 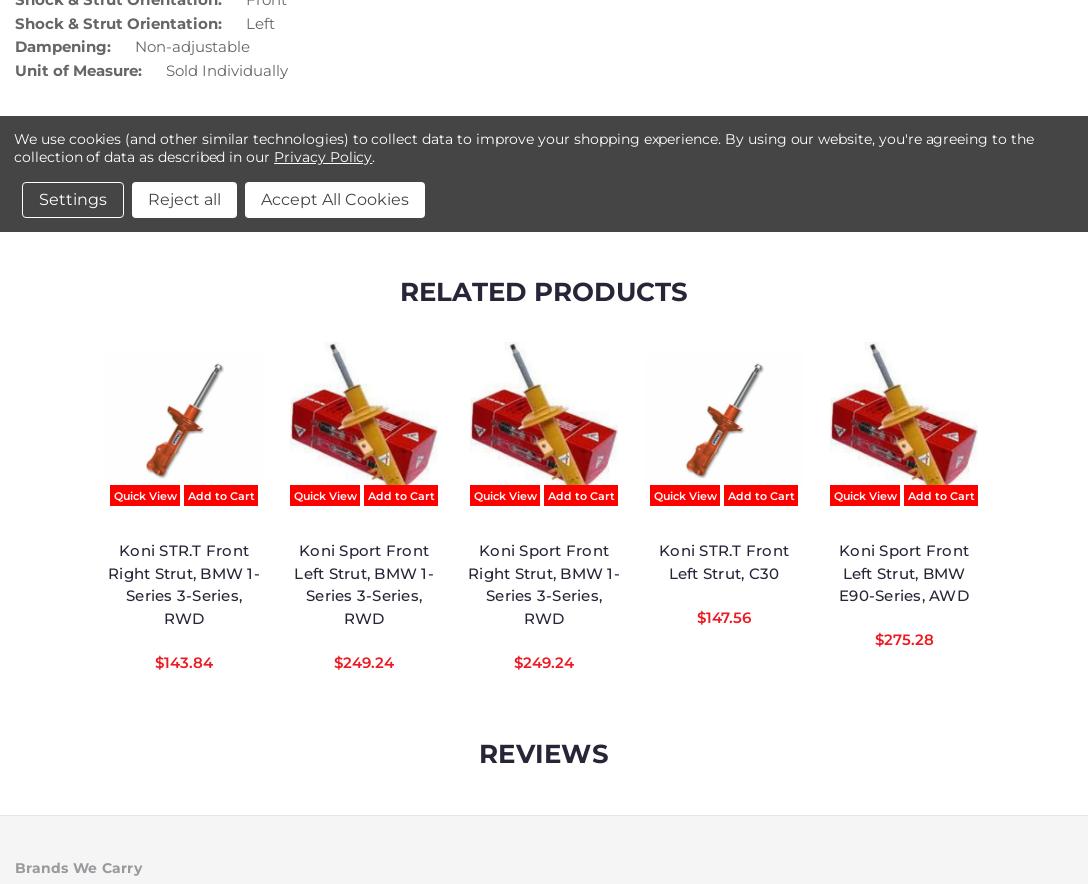 What do you see at coordinates (722, 616) in the screenshot?
I see `'$147.56'` at bounding box center [722, 616].